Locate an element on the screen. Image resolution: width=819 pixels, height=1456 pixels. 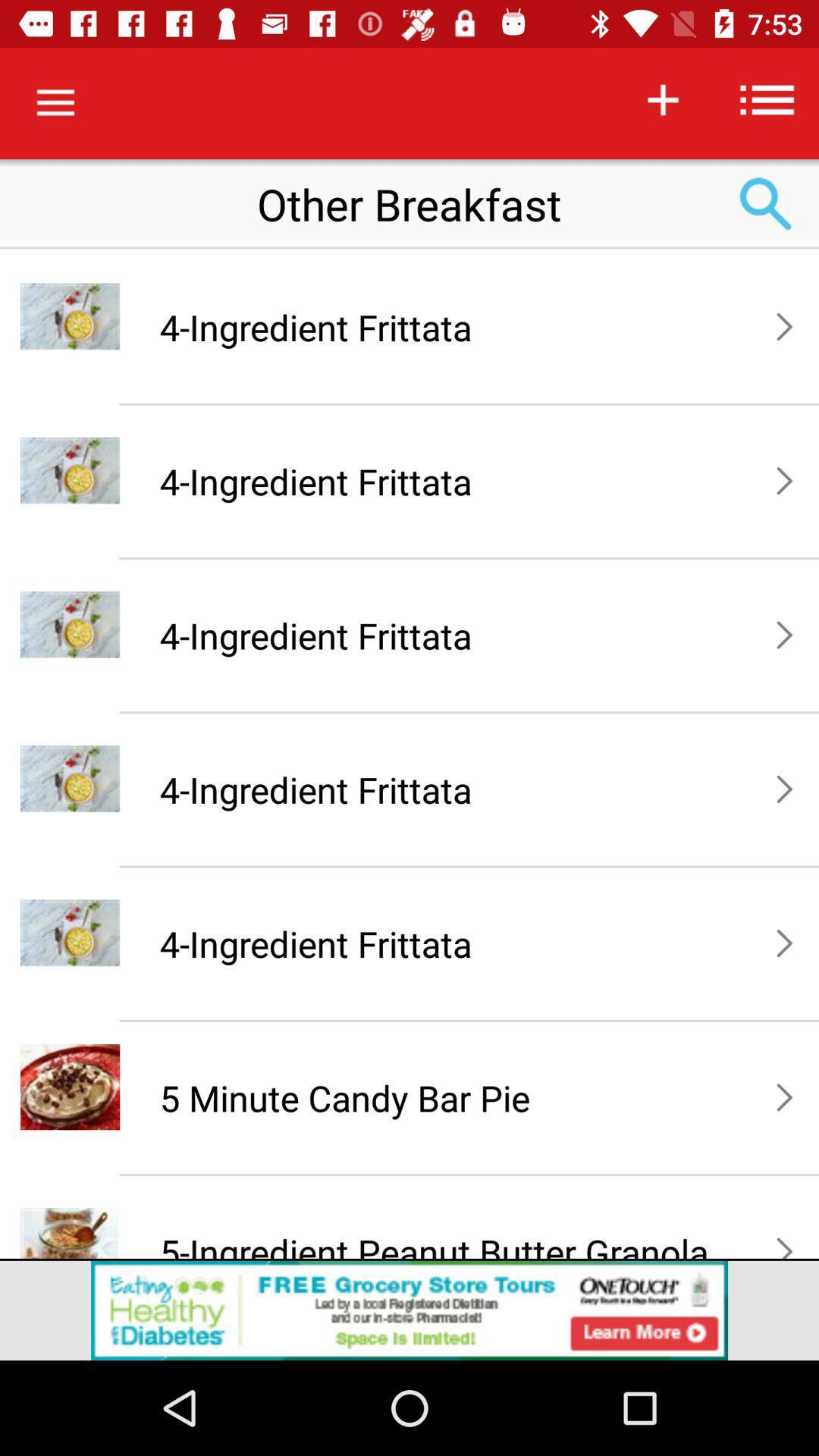
the search icon is located at coordinates (766, 203).